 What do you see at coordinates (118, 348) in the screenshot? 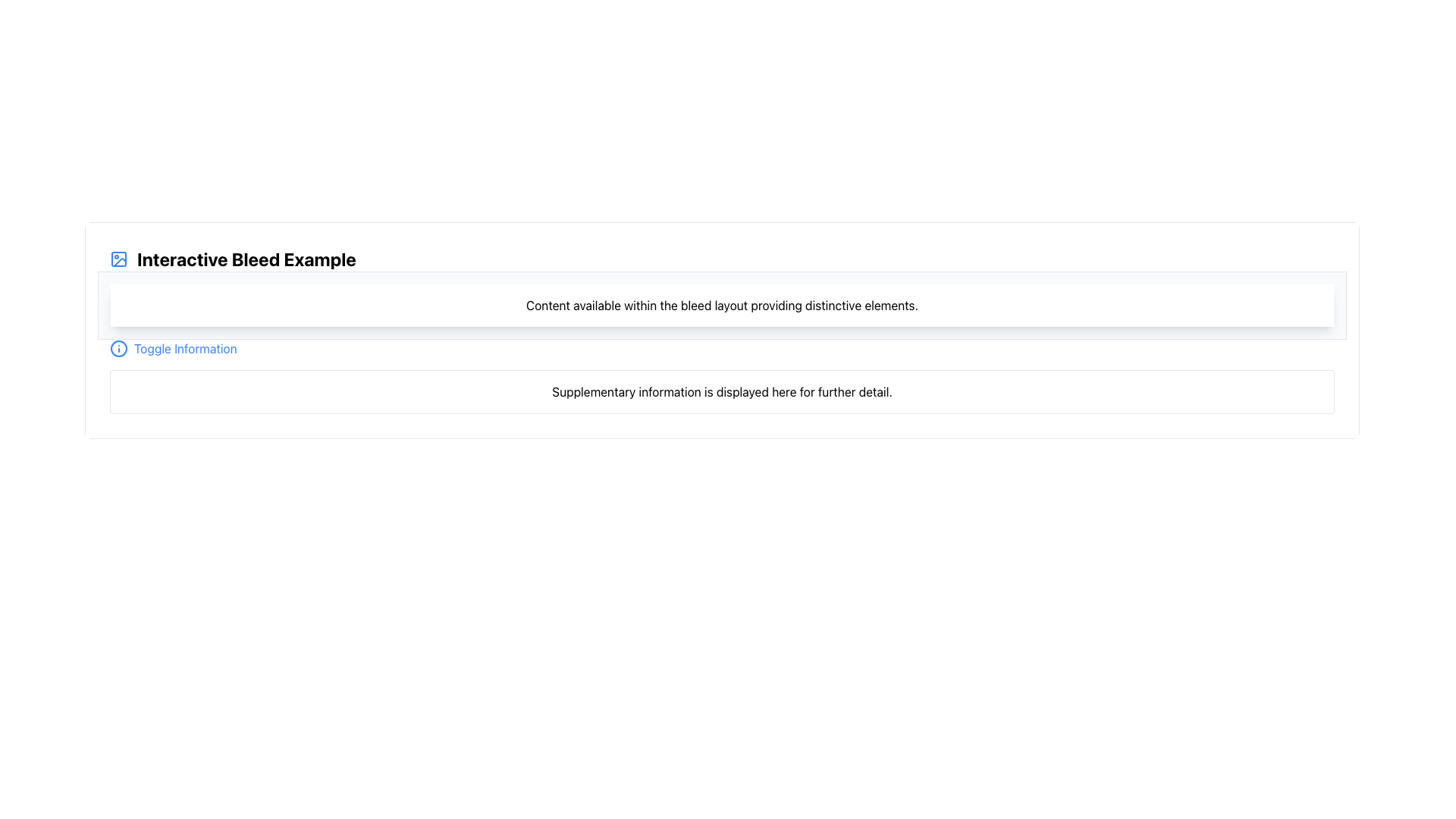
I see `the icon located to the left of the 'Toggle Information' text` at bounding box center [118, 348].